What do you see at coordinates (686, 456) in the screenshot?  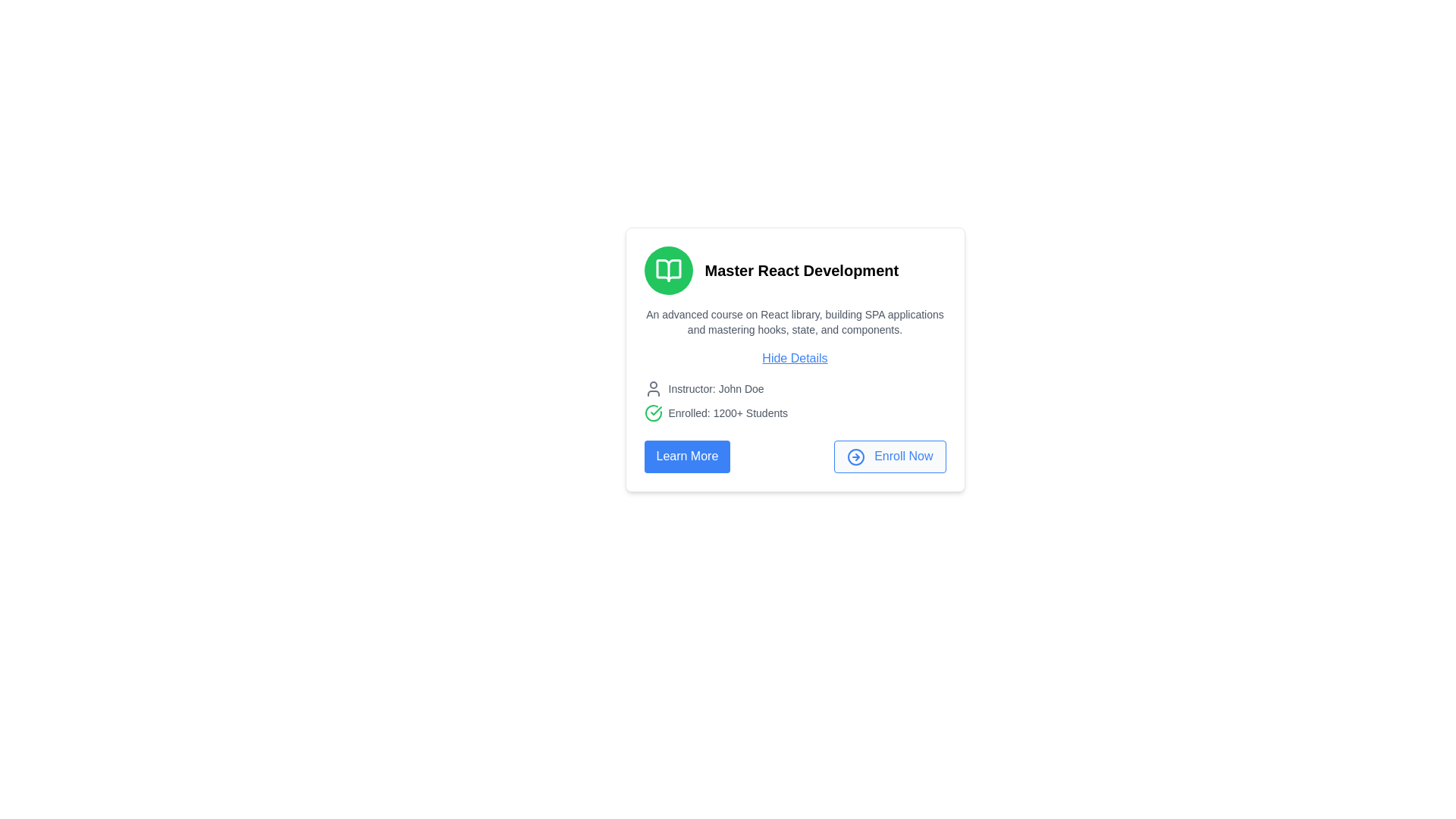 I see `the 'Learn More' button located to the left of the 'Enroll Now' button at the bottom center of the card component` at bounding box center [686, 456].